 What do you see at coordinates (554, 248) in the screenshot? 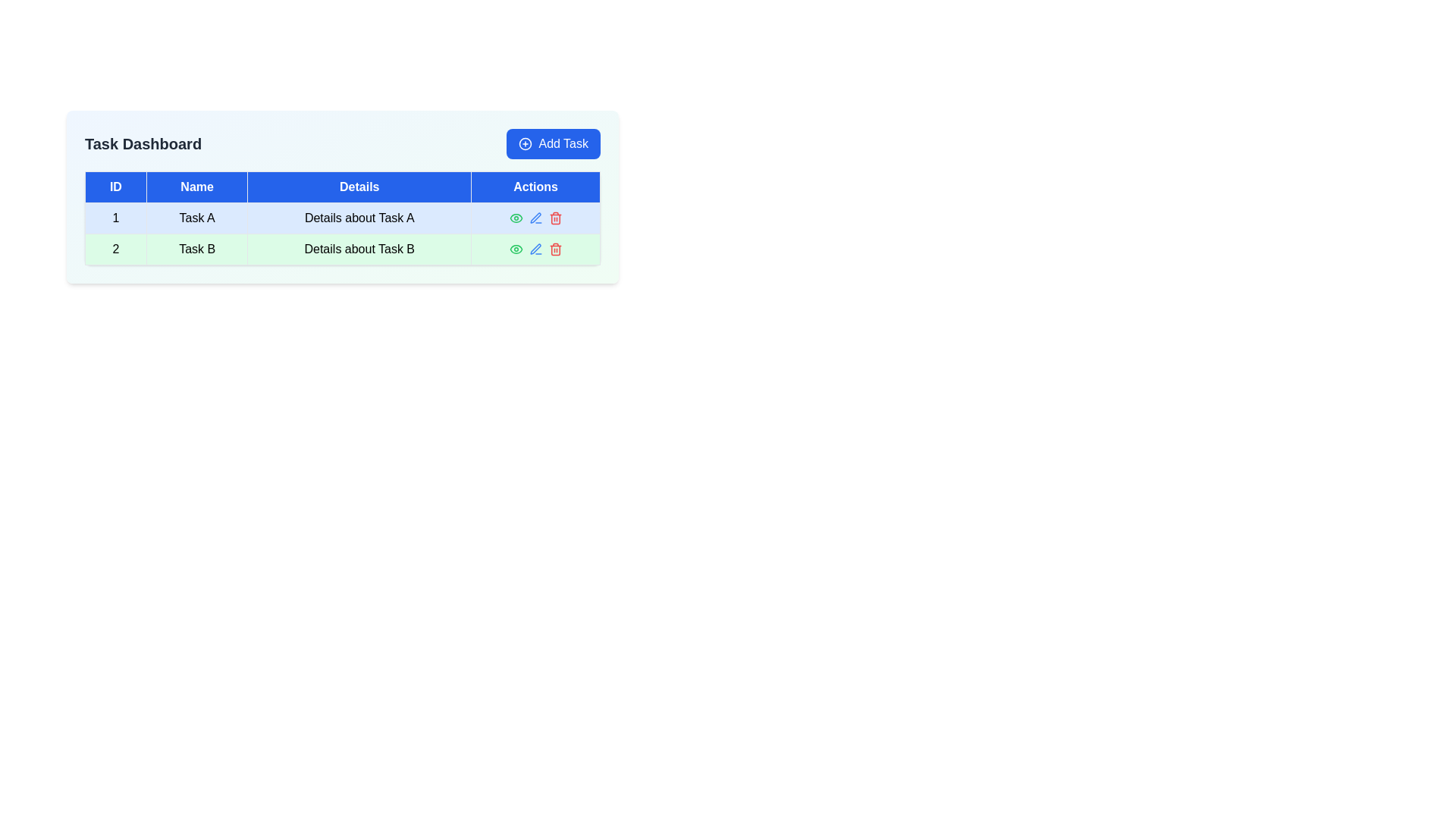
I see `the small red trash can icon in the 'Actions' column of the second row` at bounding box center [554, 248].